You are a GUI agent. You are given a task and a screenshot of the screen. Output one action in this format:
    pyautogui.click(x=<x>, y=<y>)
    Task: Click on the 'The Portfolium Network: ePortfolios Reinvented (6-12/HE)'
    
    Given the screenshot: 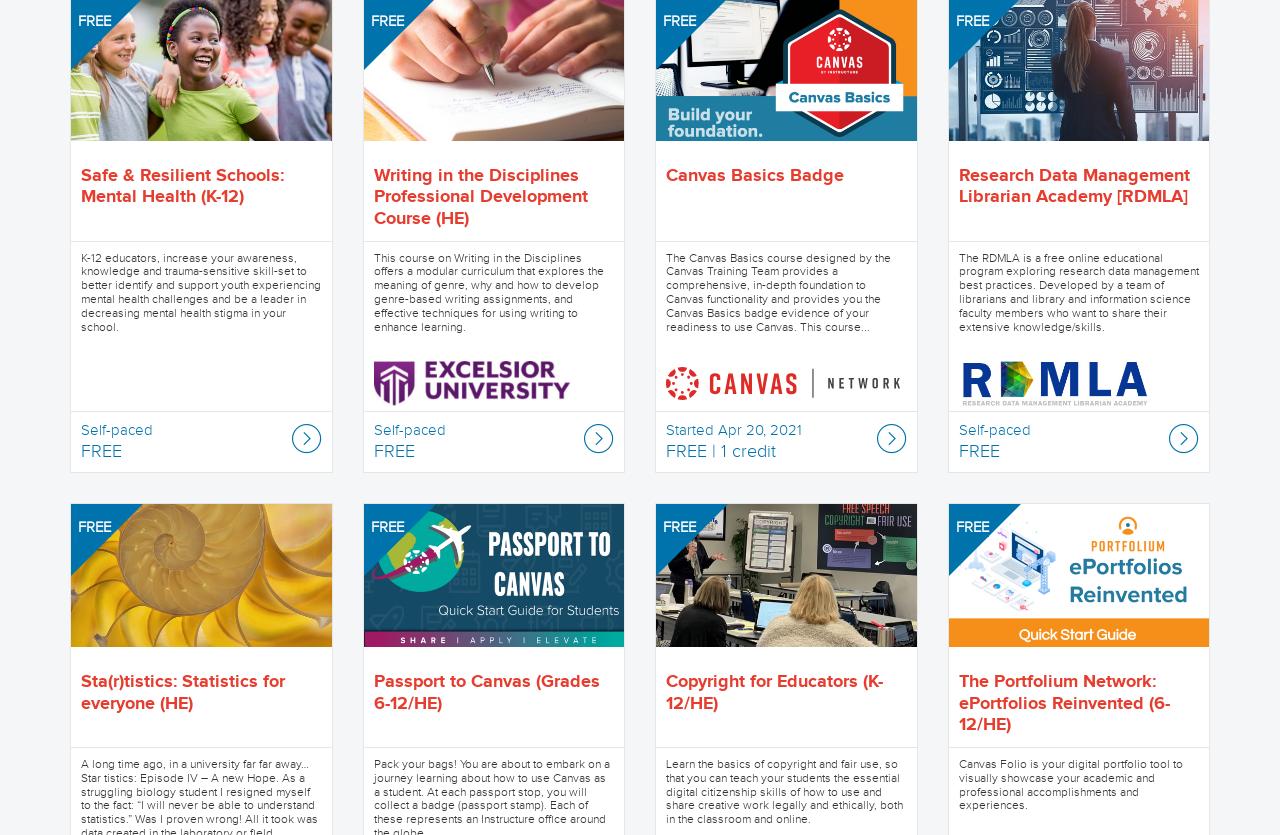 What is the action you would take?
    pyautogui.click(x=1062, y=703)
    